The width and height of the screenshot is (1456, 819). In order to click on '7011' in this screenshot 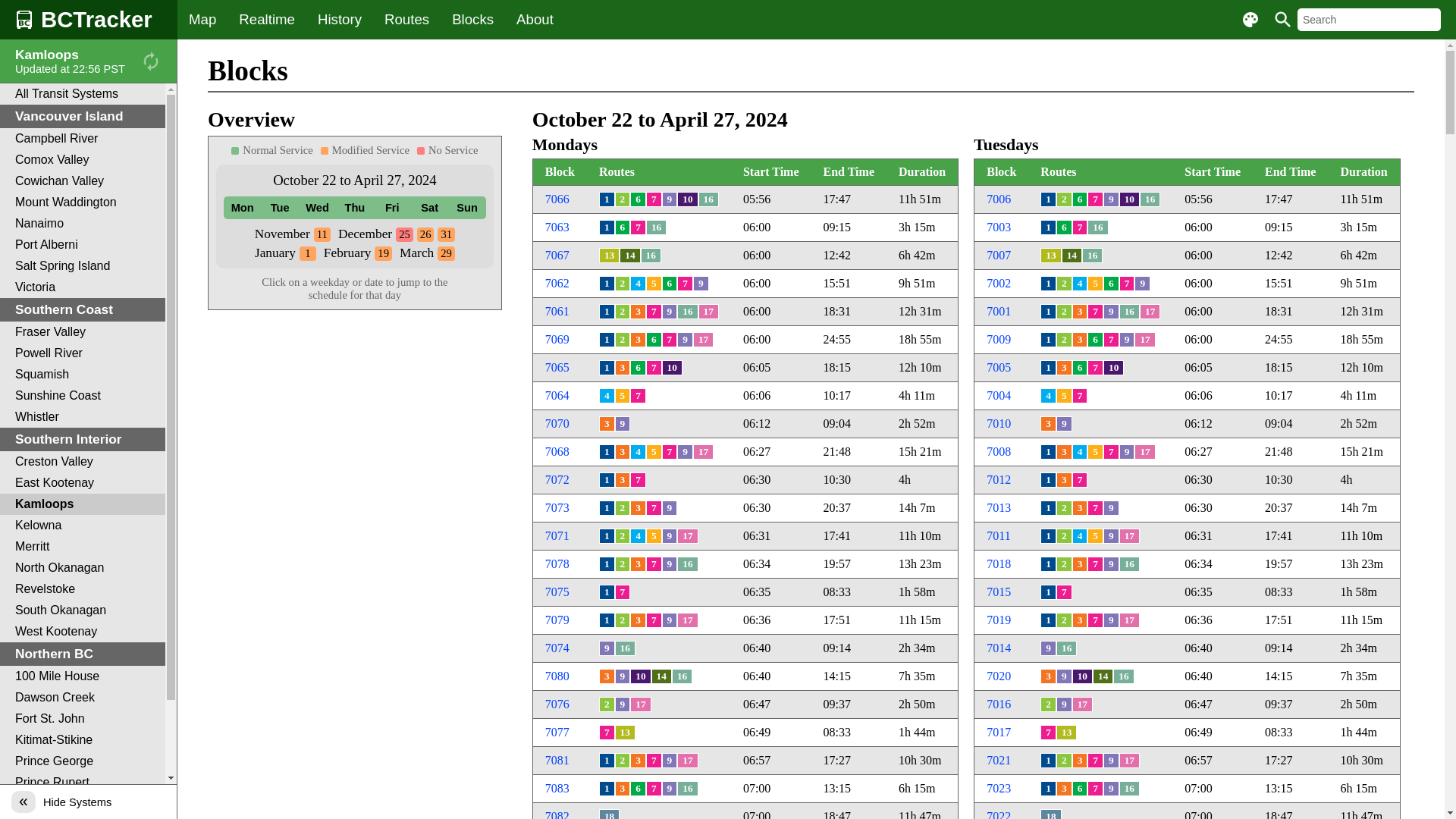, I will do `click(986, 535)`.